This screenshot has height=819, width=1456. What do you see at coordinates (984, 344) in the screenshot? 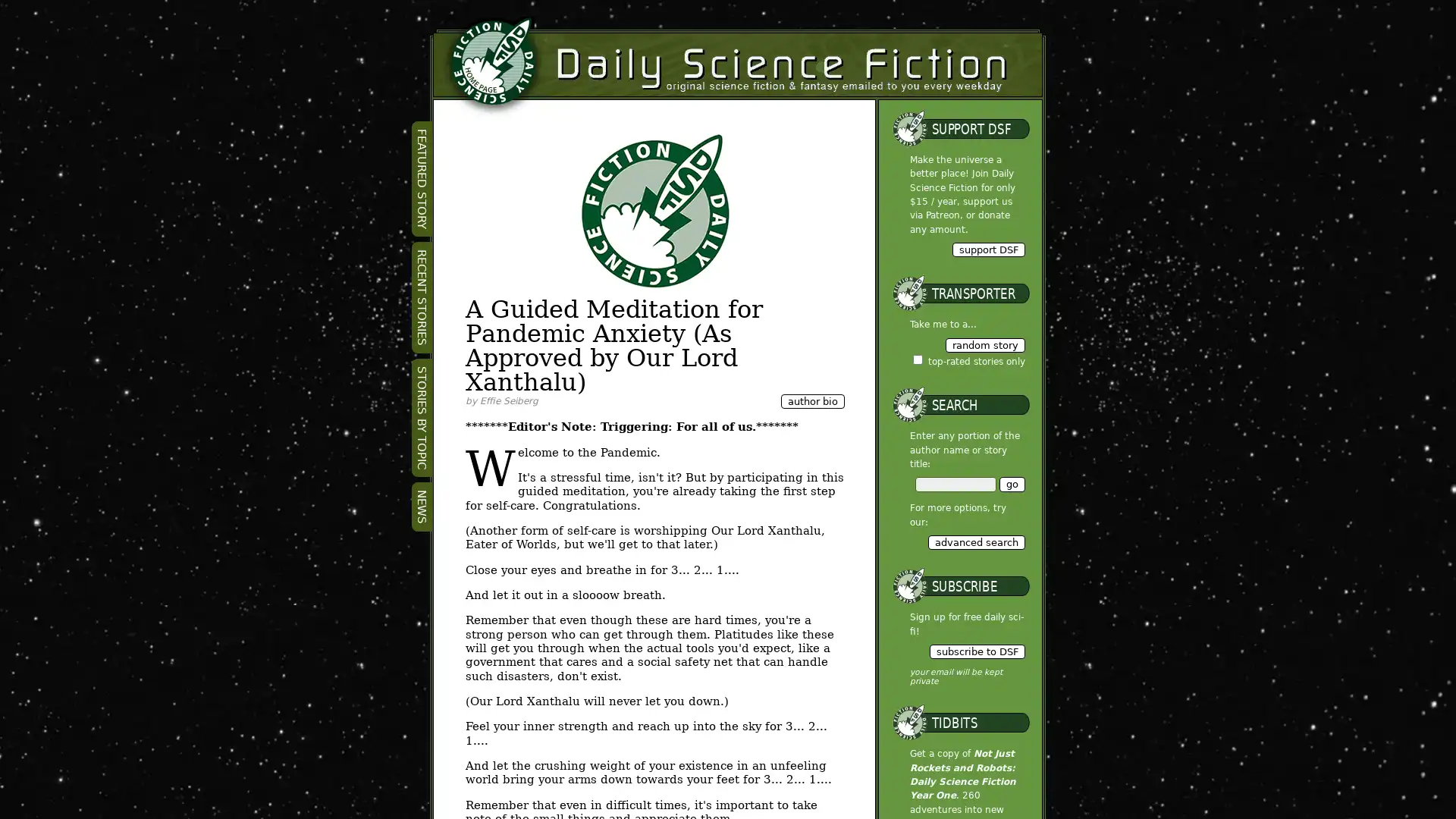
I see `random story` at bounding box center [984, 344].